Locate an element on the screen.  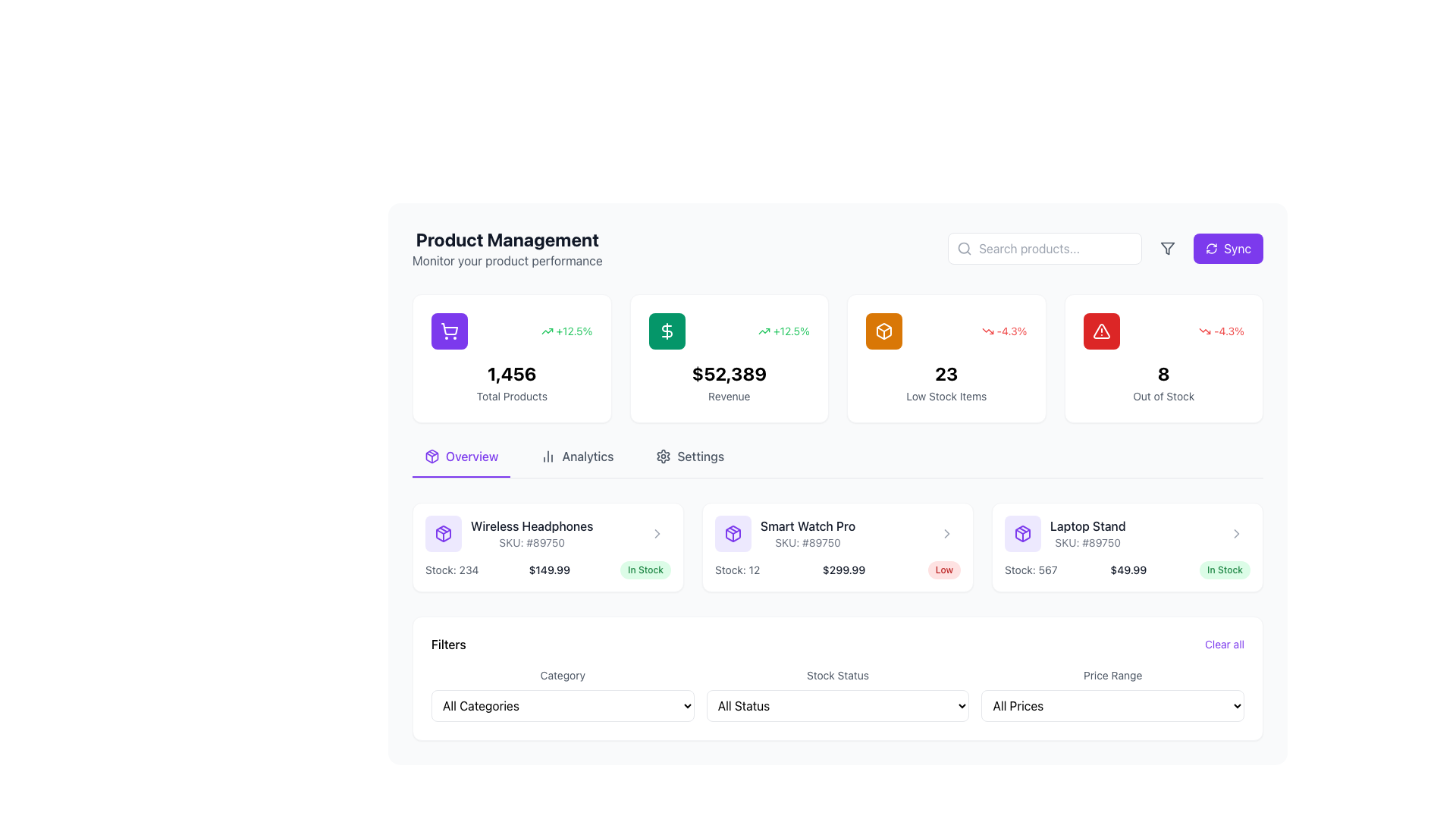
the 'Category' label in the Filters section, which is displayed in a small, gray font and positioned above the 'All Categories' dropdown is located at coordinates (562, 674).